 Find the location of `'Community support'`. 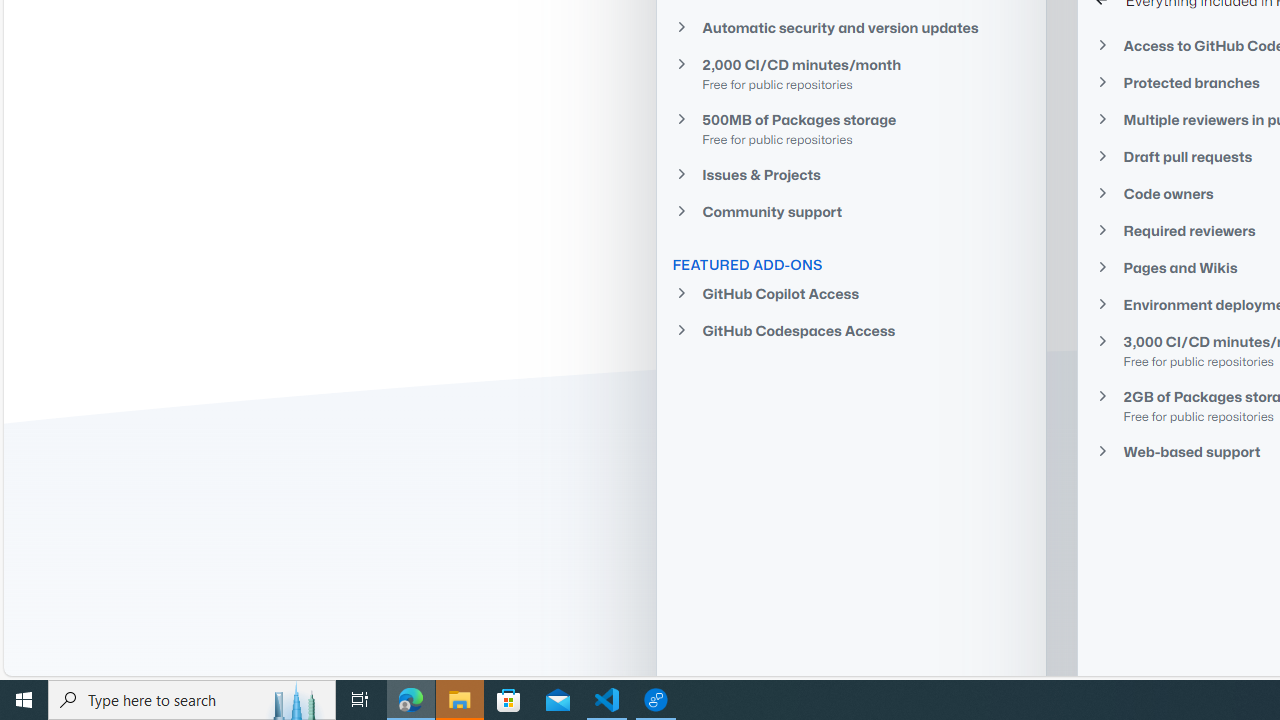

'Community support' is located at coordinates (851, 212).